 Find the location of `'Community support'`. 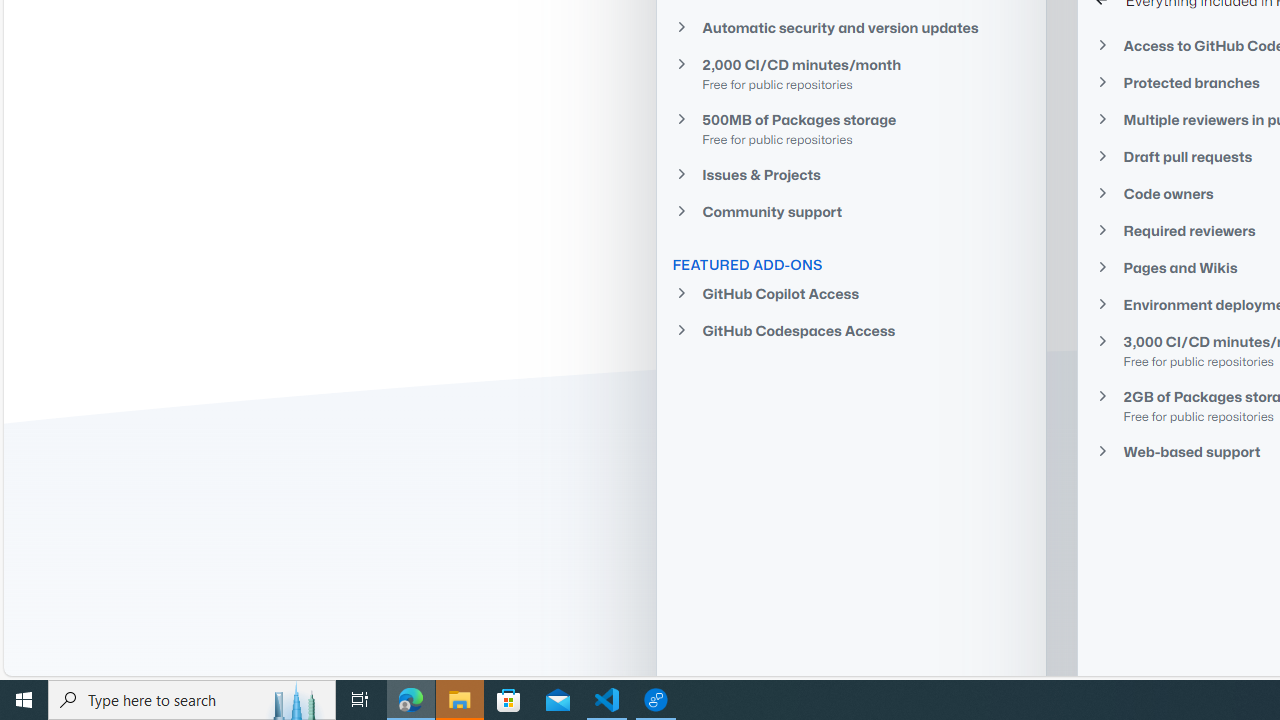

'Community support' is located at coordinates (851, 212).